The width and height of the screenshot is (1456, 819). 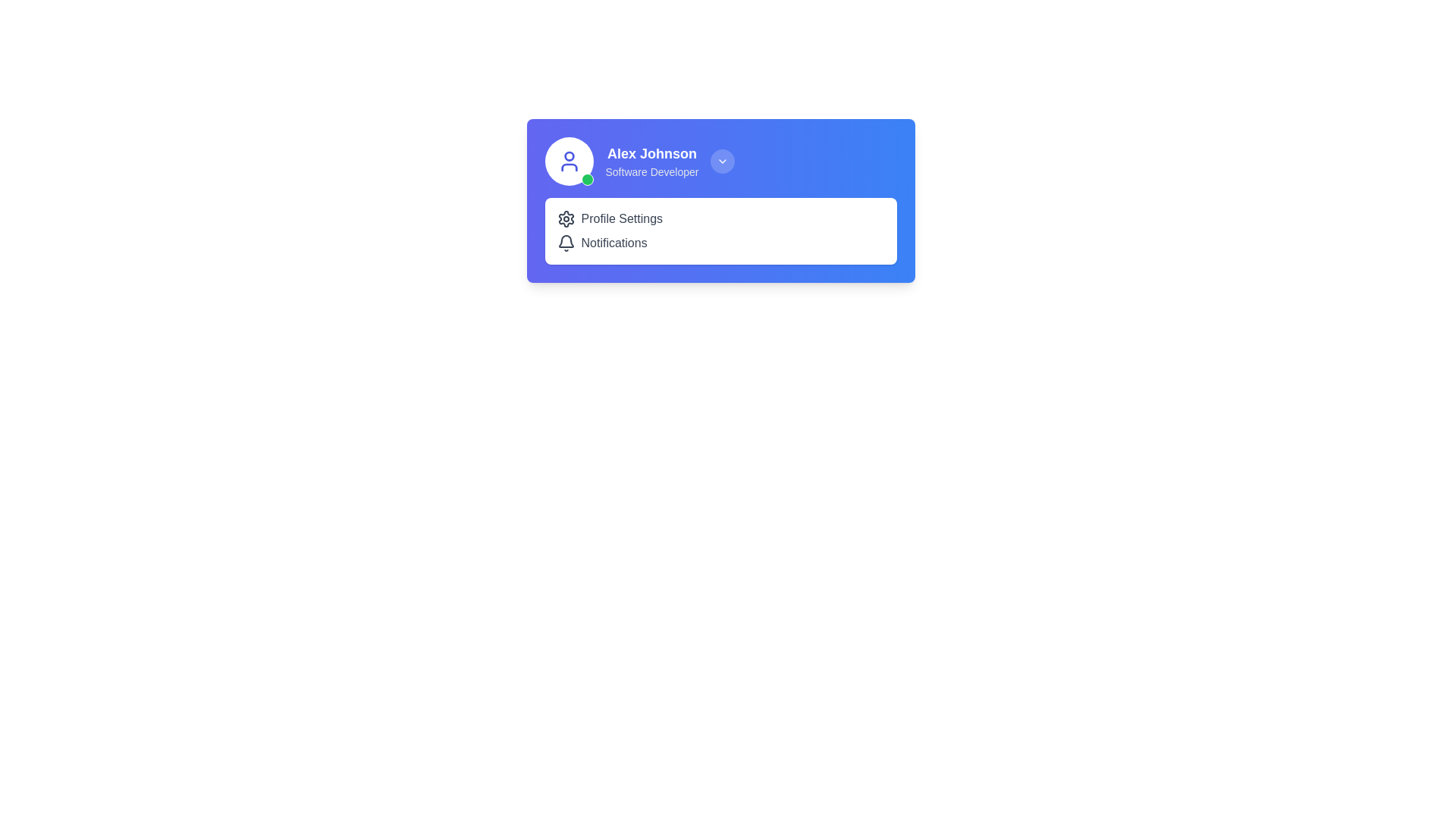 What do you see at coordinates (568, 167) in the screenshot?
I see `the second component of the SVG icon that forms part of the user avatar, located to the left of the text 'Alex Johnson' on the profile panel` at bounding box center [568, 167].